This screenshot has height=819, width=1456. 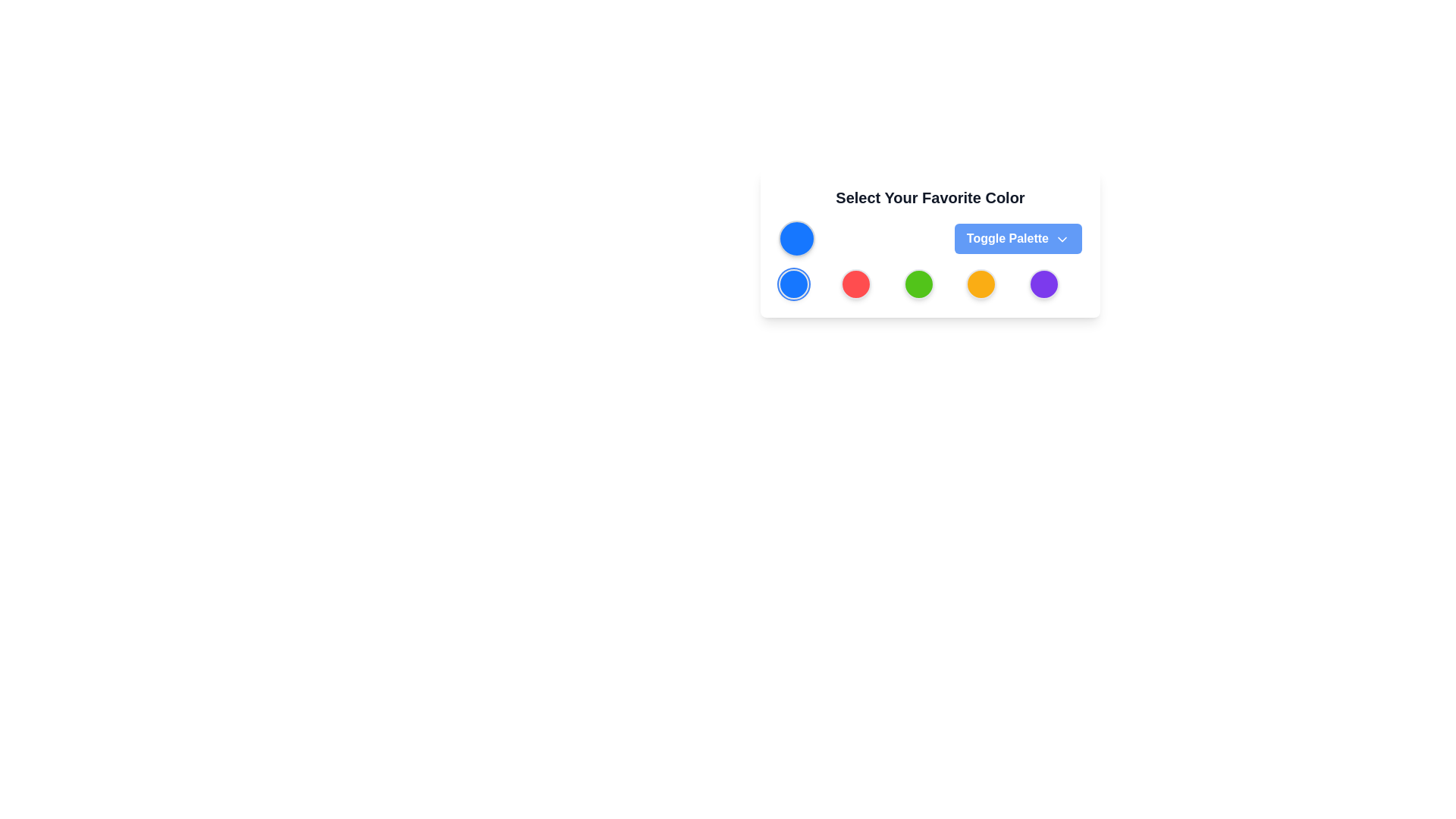 What do you see at coordinates (796, 239) in the screenshot?
I see `the circle-shaped button located at the extreme left of the grouping, which is likely for selection or indicating a color choice` at bounding box center [796, 239].